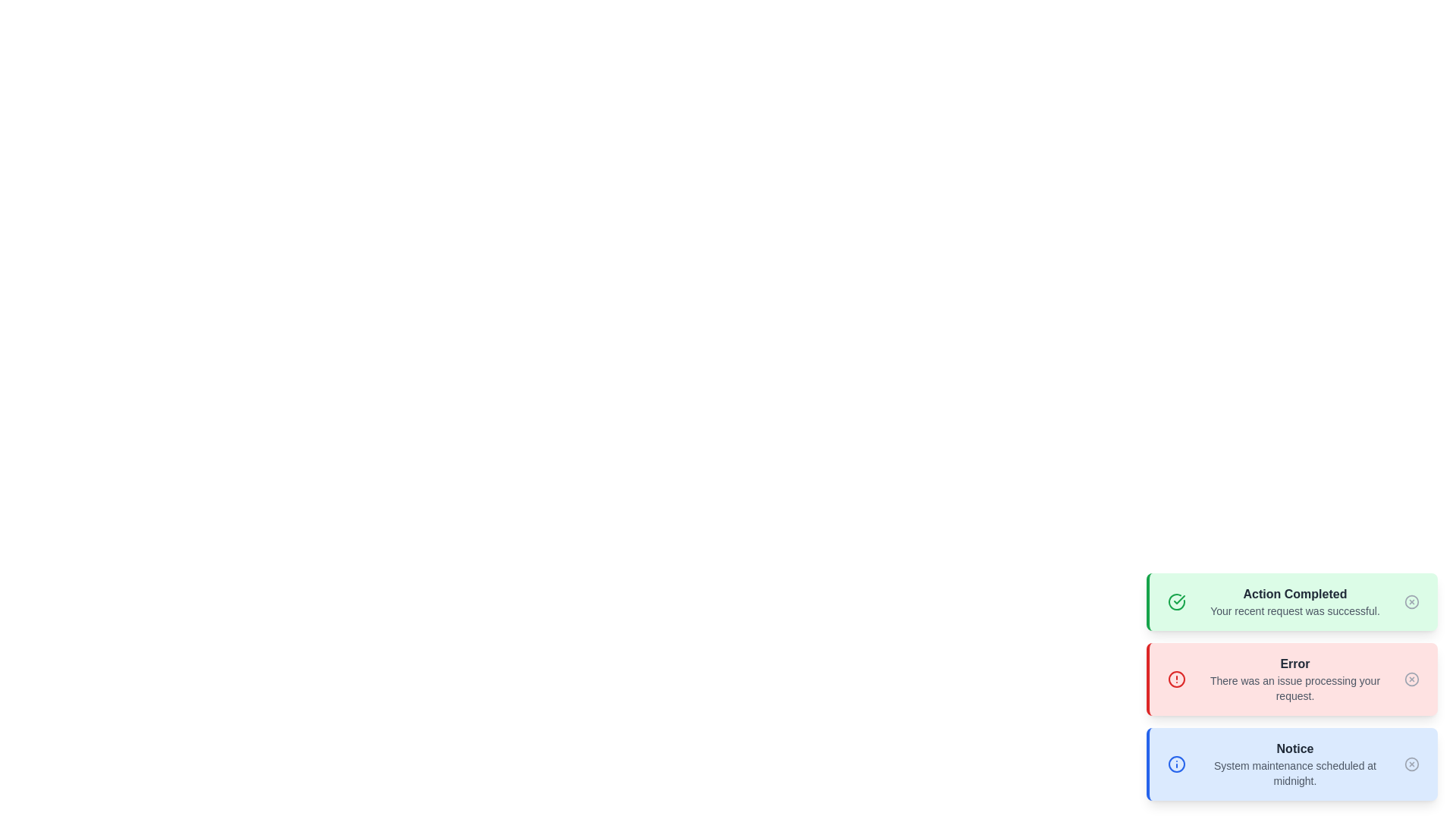 Image resolution: width=1456 pixels, height=819 pixels. I want to click on the alert message of type error and read its content, so click(1291, 678).